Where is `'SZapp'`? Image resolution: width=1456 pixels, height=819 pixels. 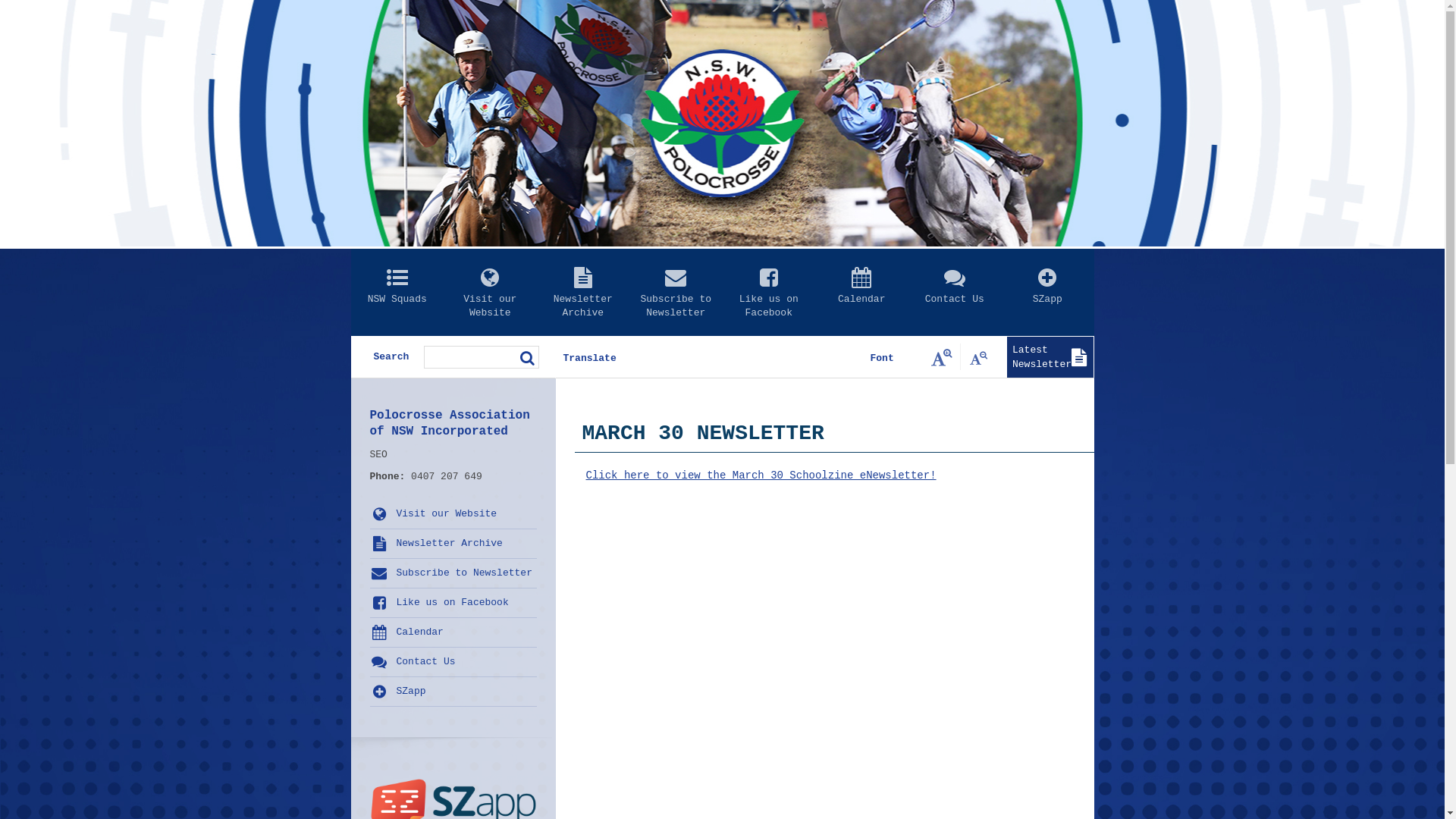
'SZapp' is located at coordinates (453, 691).